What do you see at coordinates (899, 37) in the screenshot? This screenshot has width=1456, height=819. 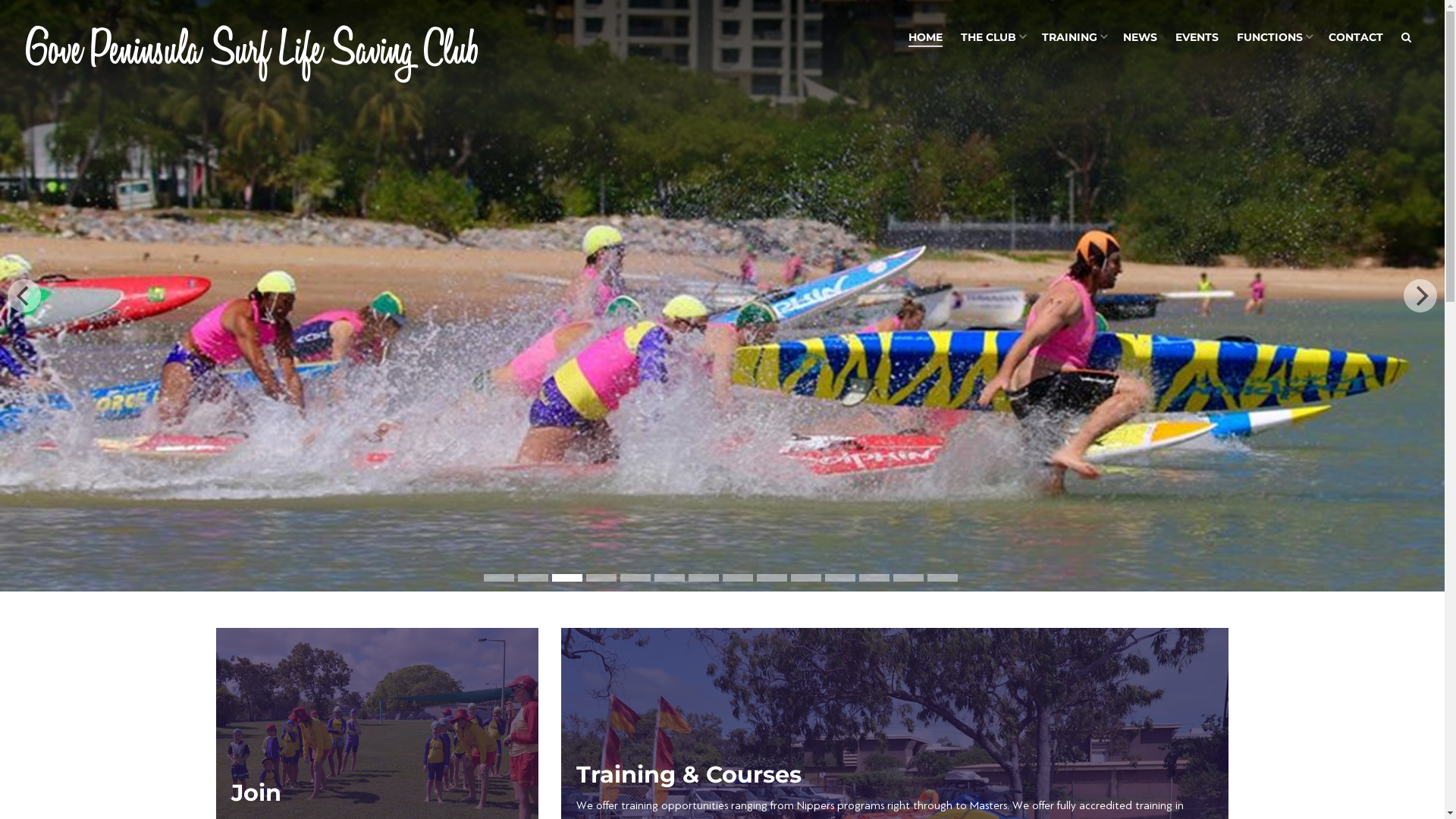 I see `'HOME'` at bounding box center [899, 37].